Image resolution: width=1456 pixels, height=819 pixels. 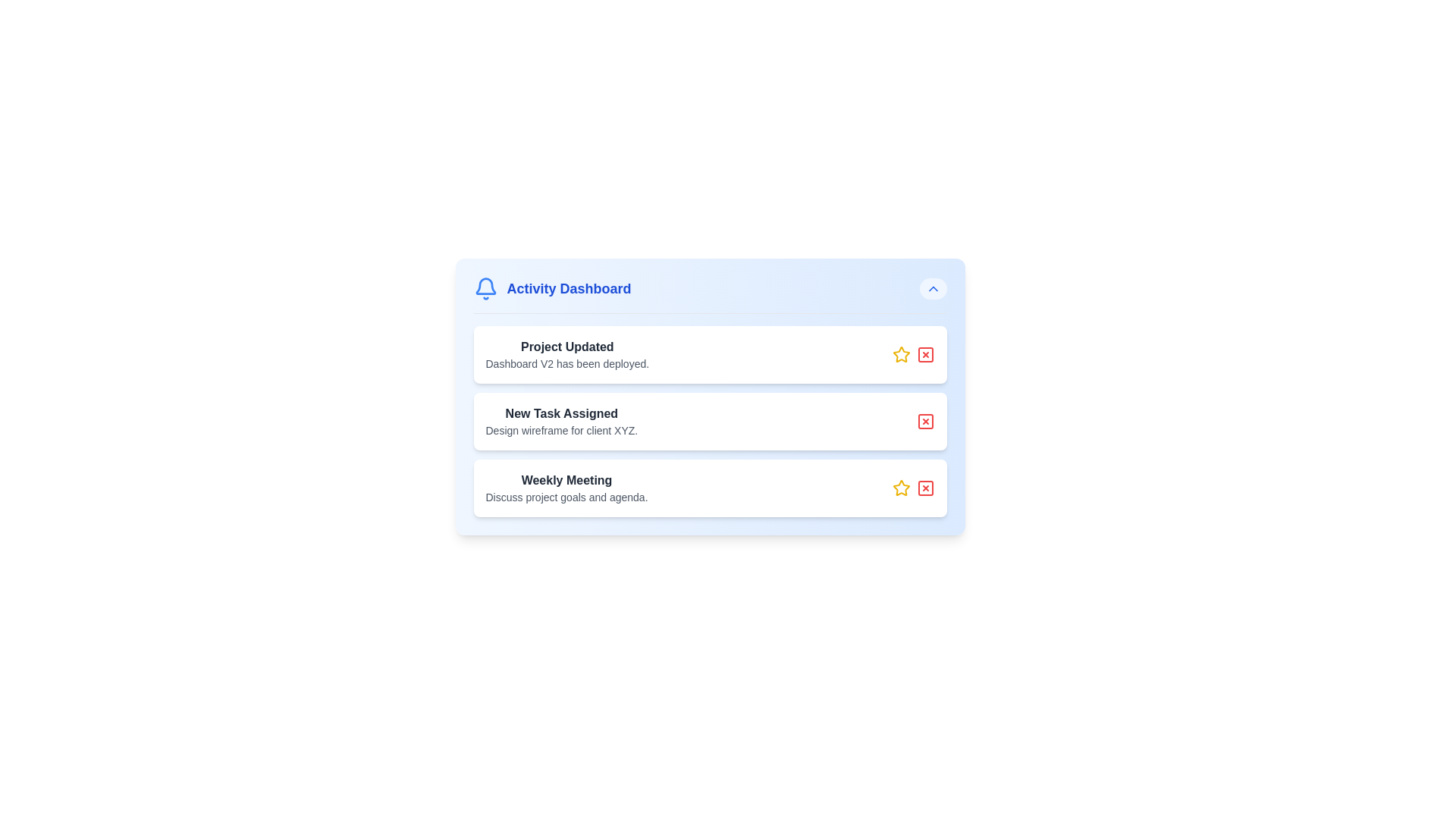 What do you see at coordinates (566, 488) in the screenshot?
I see `the static text block titled 'Weekly Meeting' which is the third card in the 'Activity Dashboard' panel, containing the description 'Discuss project goals and agenda.'` at bounding box center [566, 488].